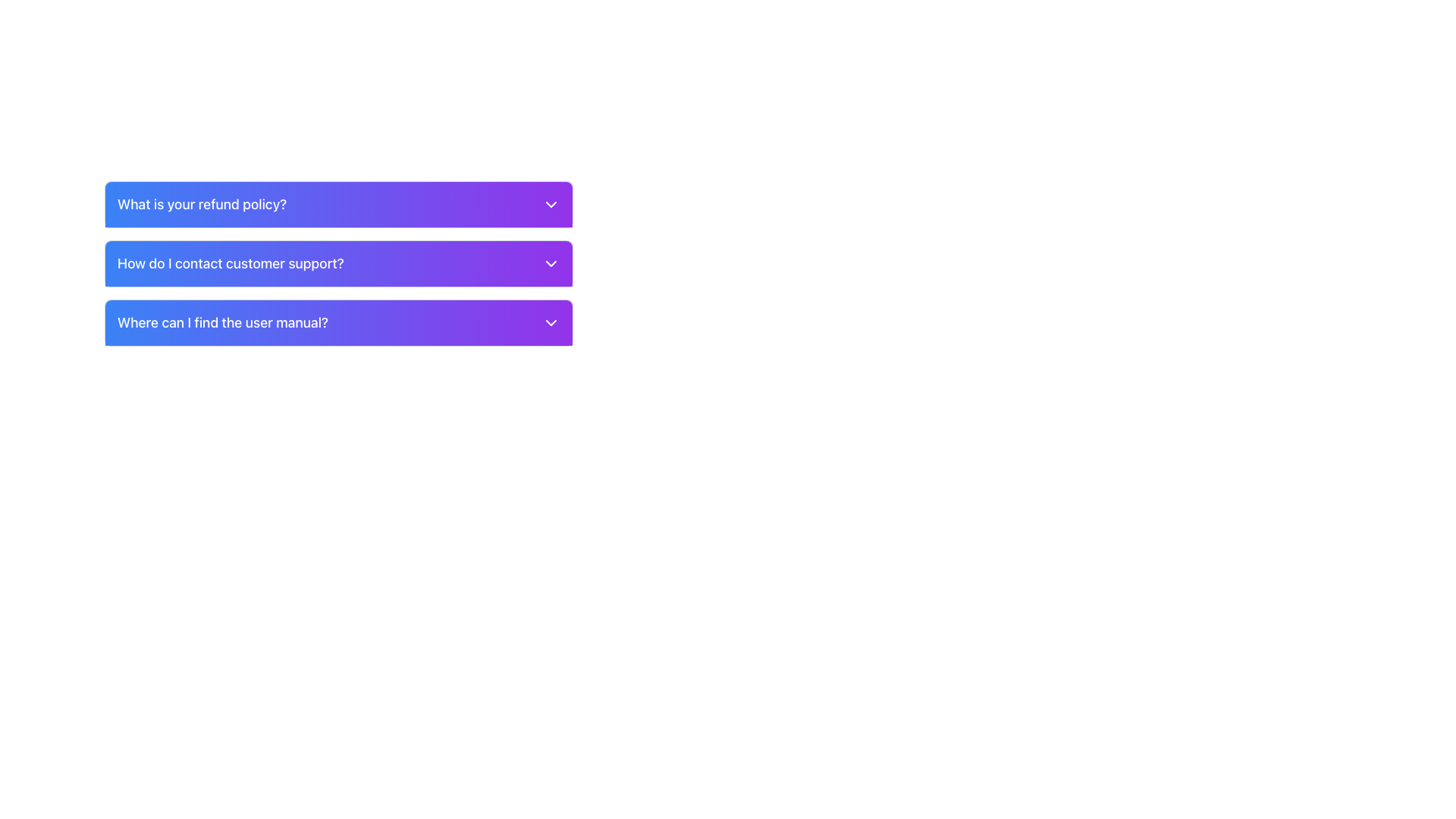  Describe the element at coordinates (221, 322) in the screenshot. I see `text label displaying 'Where can I find the user manual?' which is located in the third row of a vertically stacked list, set against a gradient background` at that location.